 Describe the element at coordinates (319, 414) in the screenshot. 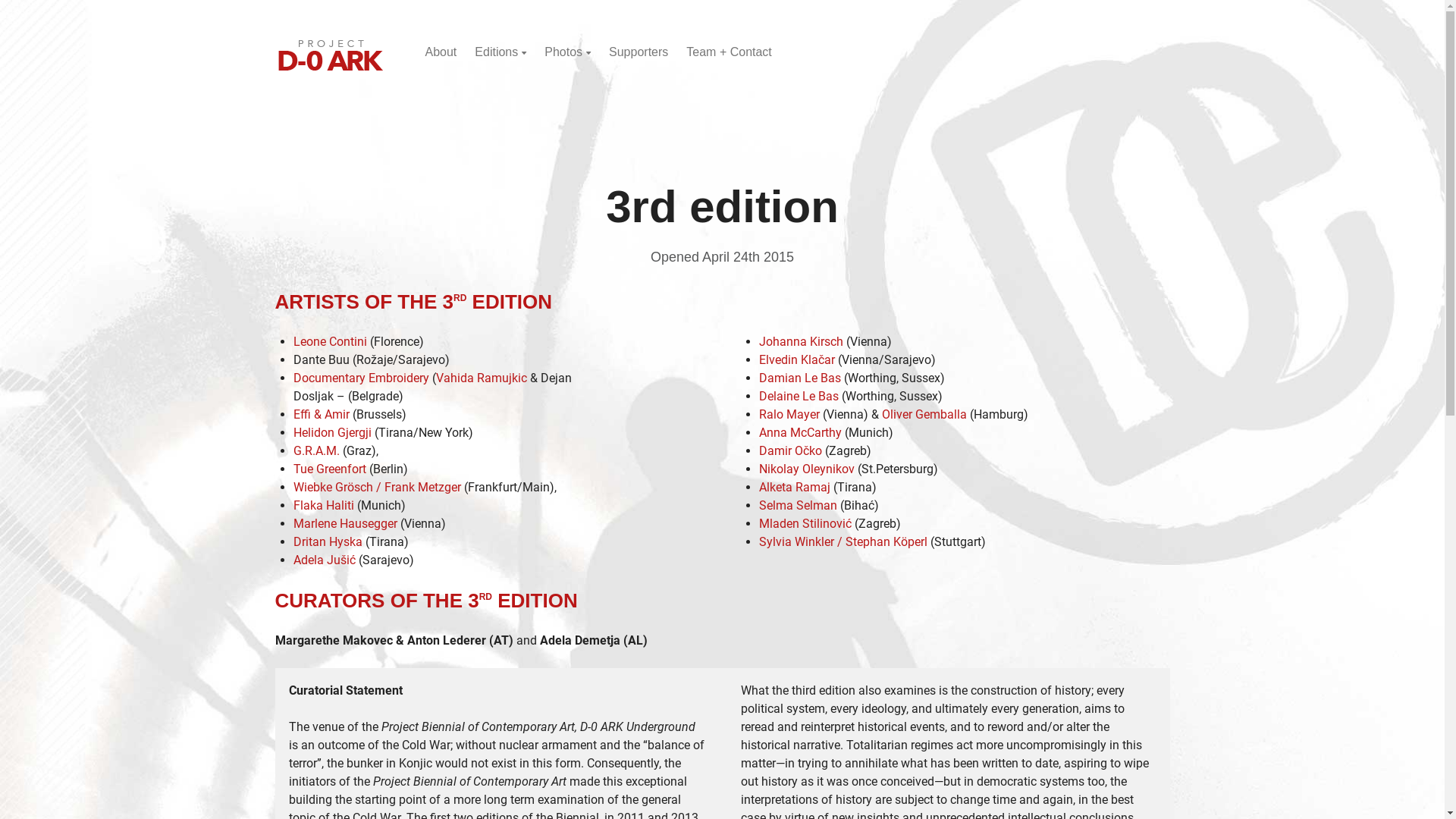

I see `'Effi & Amir'` at that location.